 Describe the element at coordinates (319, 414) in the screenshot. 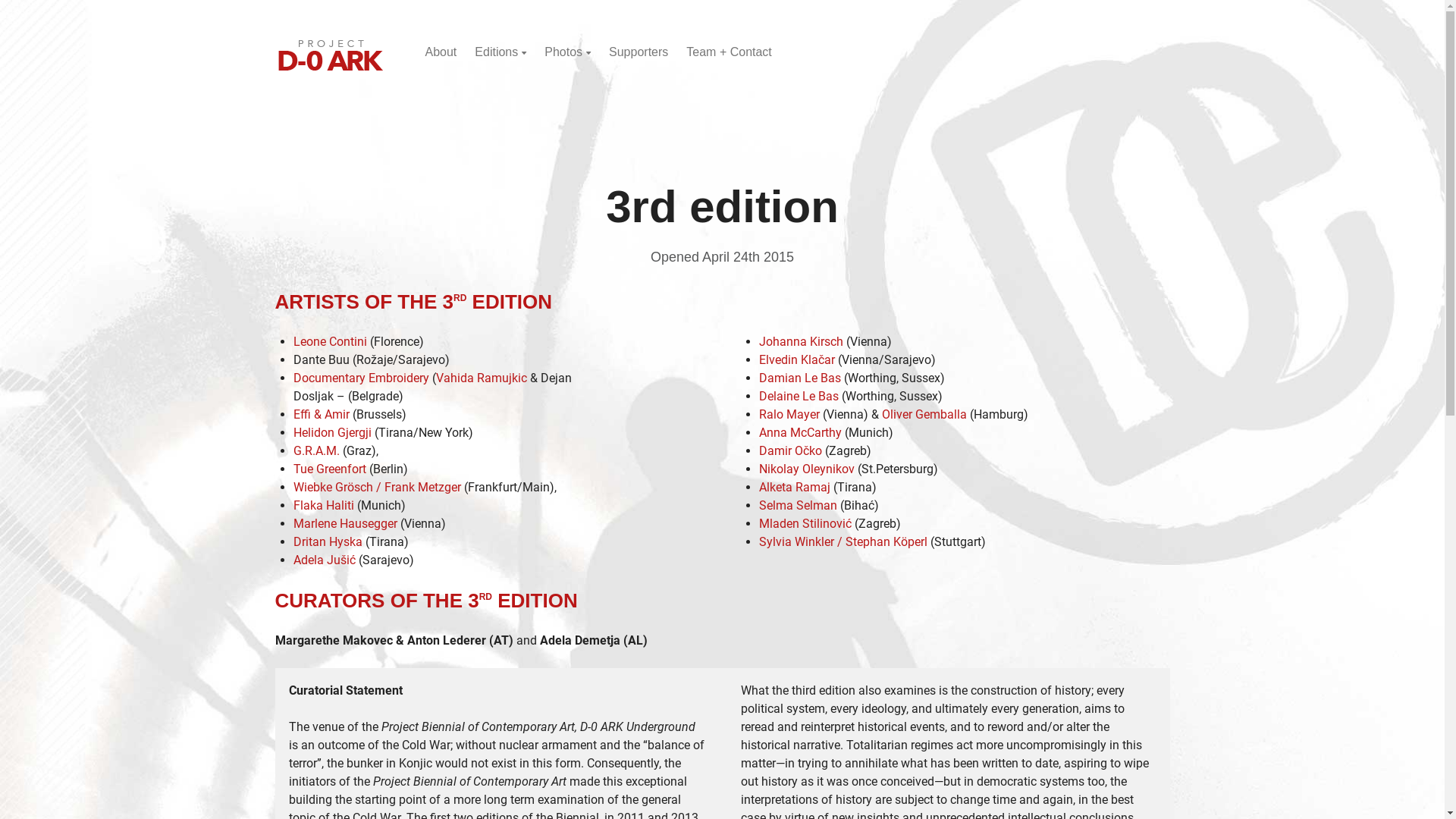

I see `'Effi & Amir'` at that location.